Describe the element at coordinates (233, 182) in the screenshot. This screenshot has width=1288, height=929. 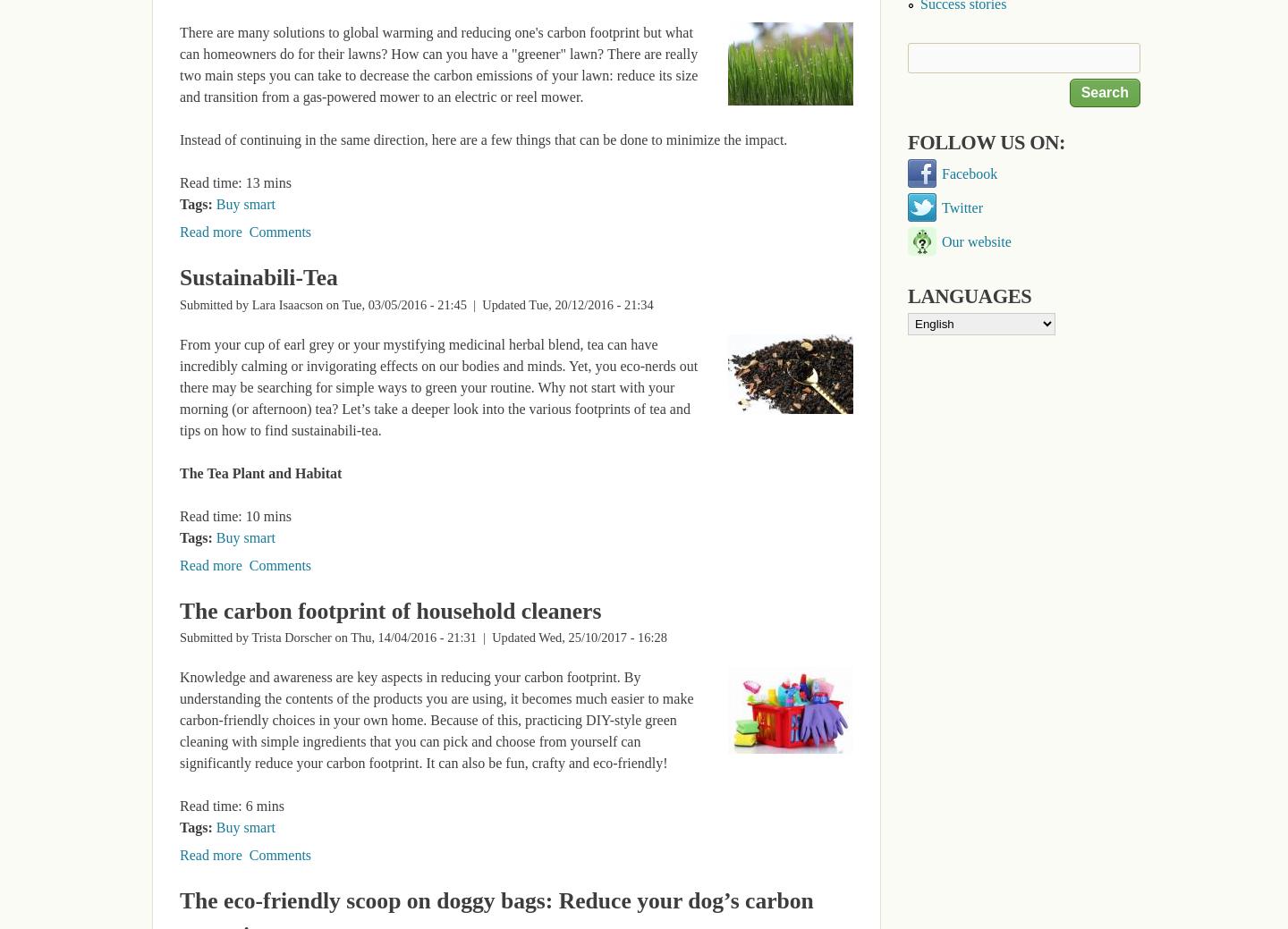
I see `'Read time: 13 mins'` at that location.